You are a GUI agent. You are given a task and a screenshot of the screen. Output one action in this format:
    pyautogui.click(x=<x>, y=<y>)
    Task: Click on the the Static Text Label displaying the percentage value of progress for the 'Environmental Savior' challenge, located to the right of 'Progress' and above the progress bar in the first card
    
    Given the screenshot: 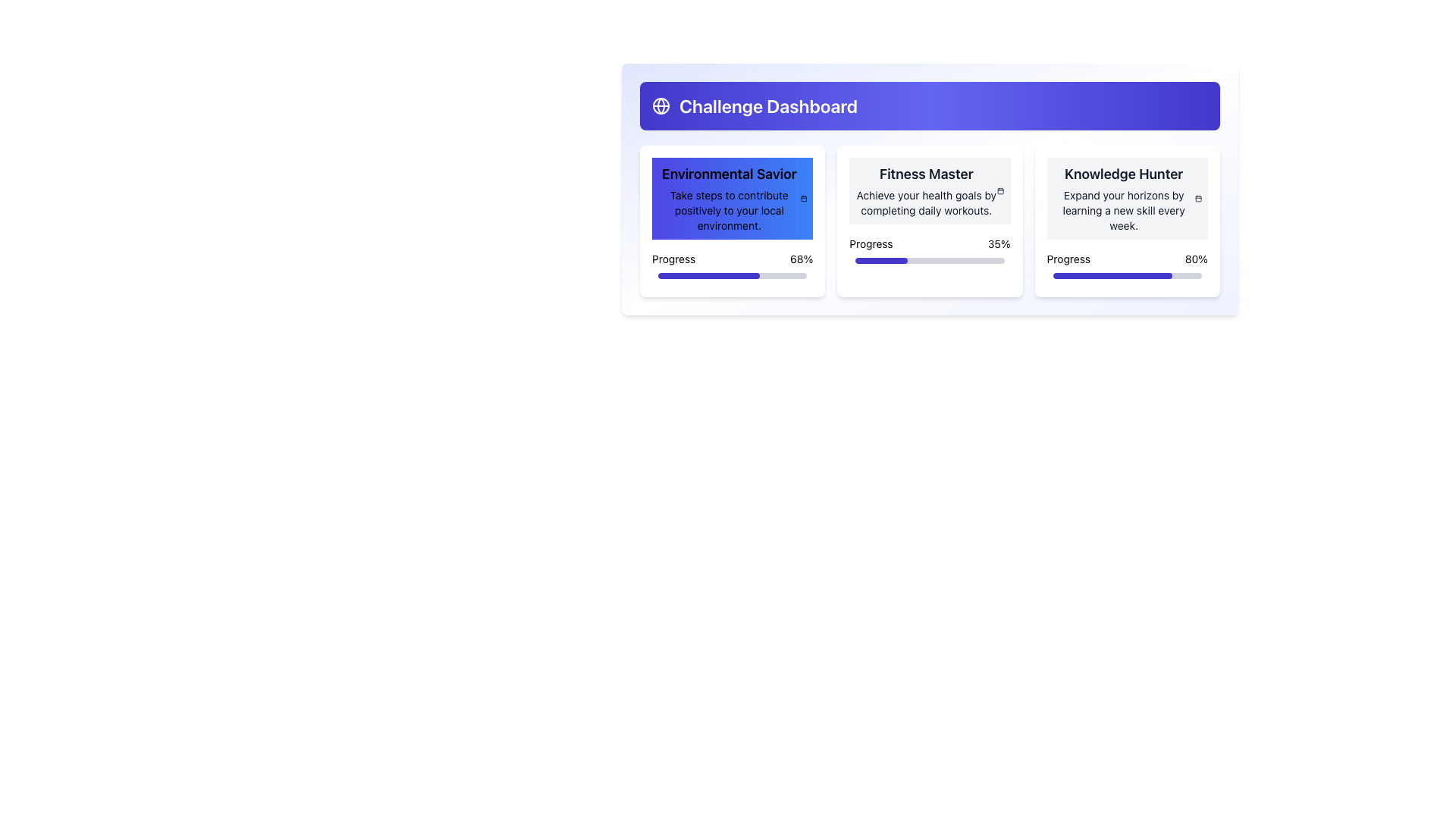 What is the action you would take?
    pyautogui.click(x=801, y=259)
    